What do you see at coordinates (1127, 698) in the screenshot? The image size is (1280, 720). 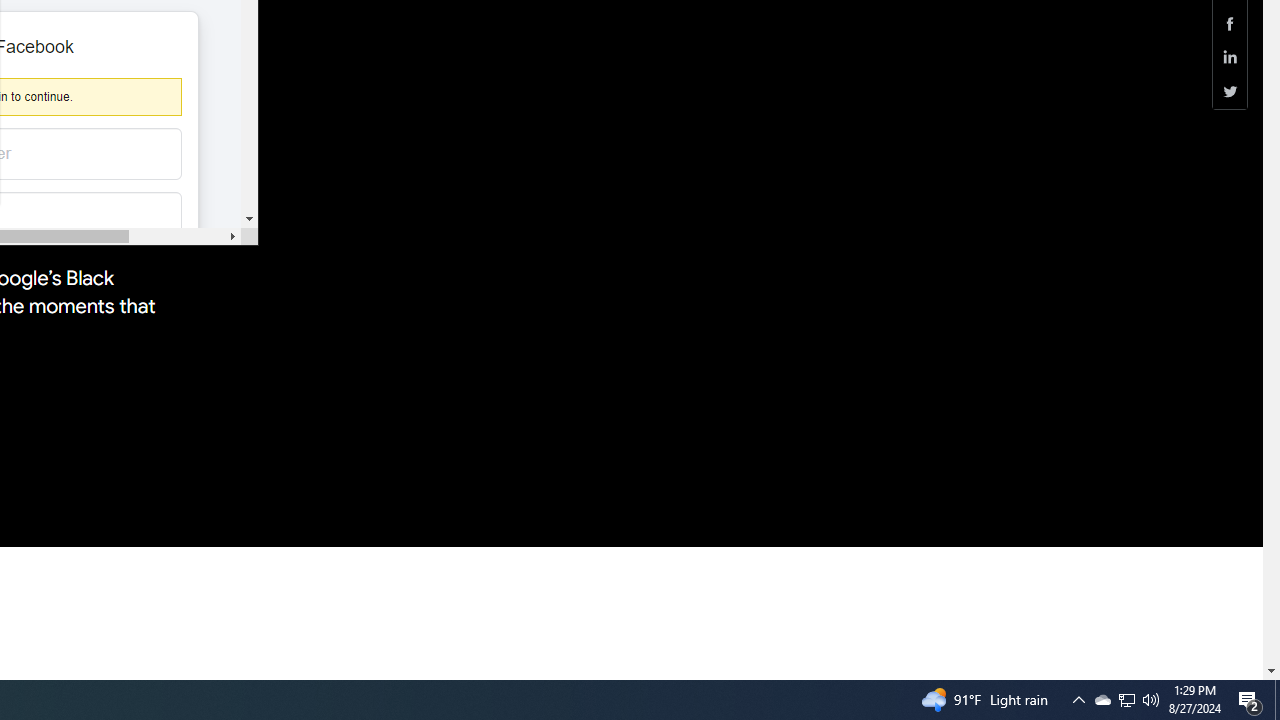 I see `'Q2790: 100%'` at bounding box center [1127, 698].